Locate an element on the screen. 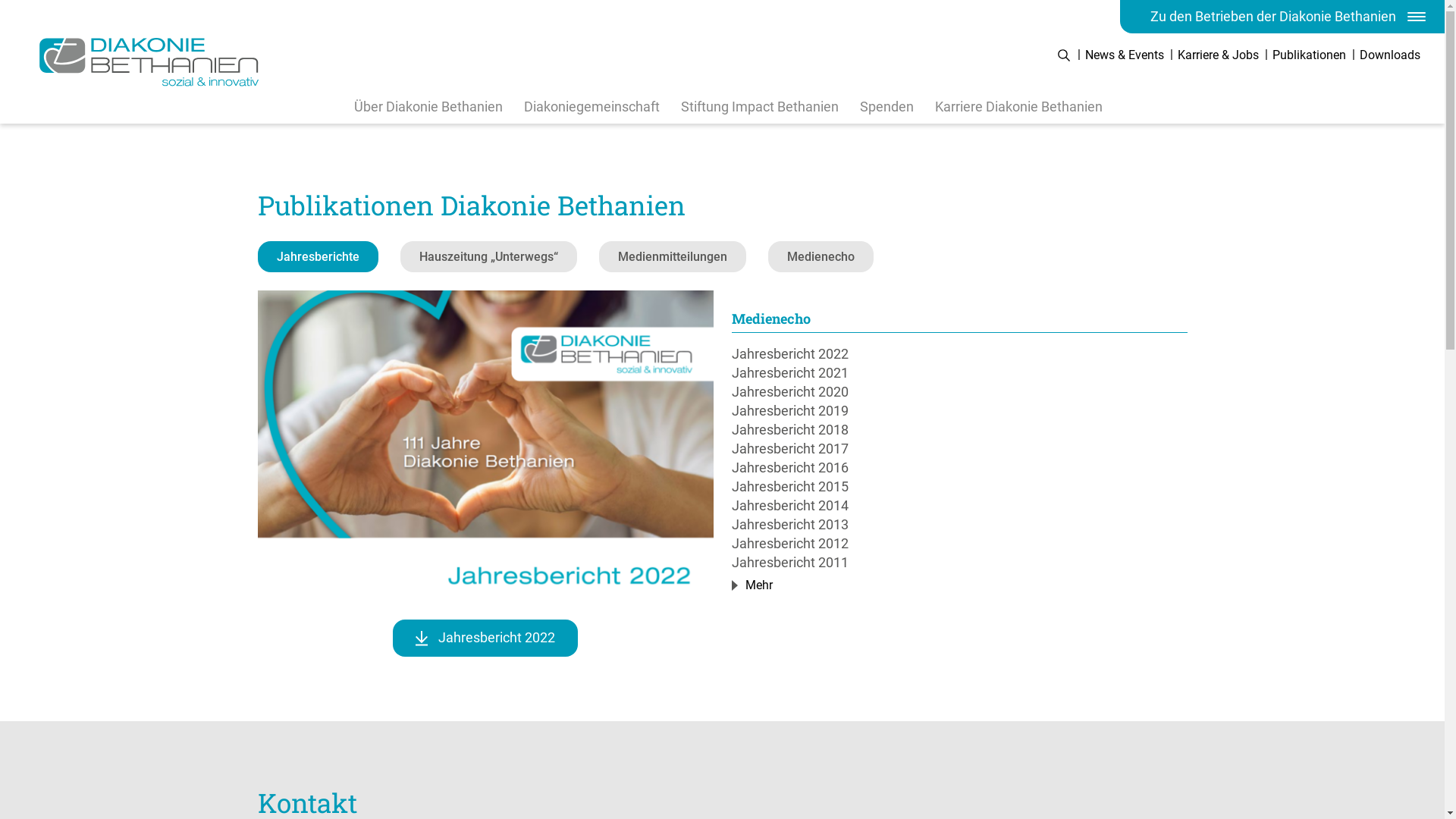  'Spenden' is located at coordinates (886, 105).